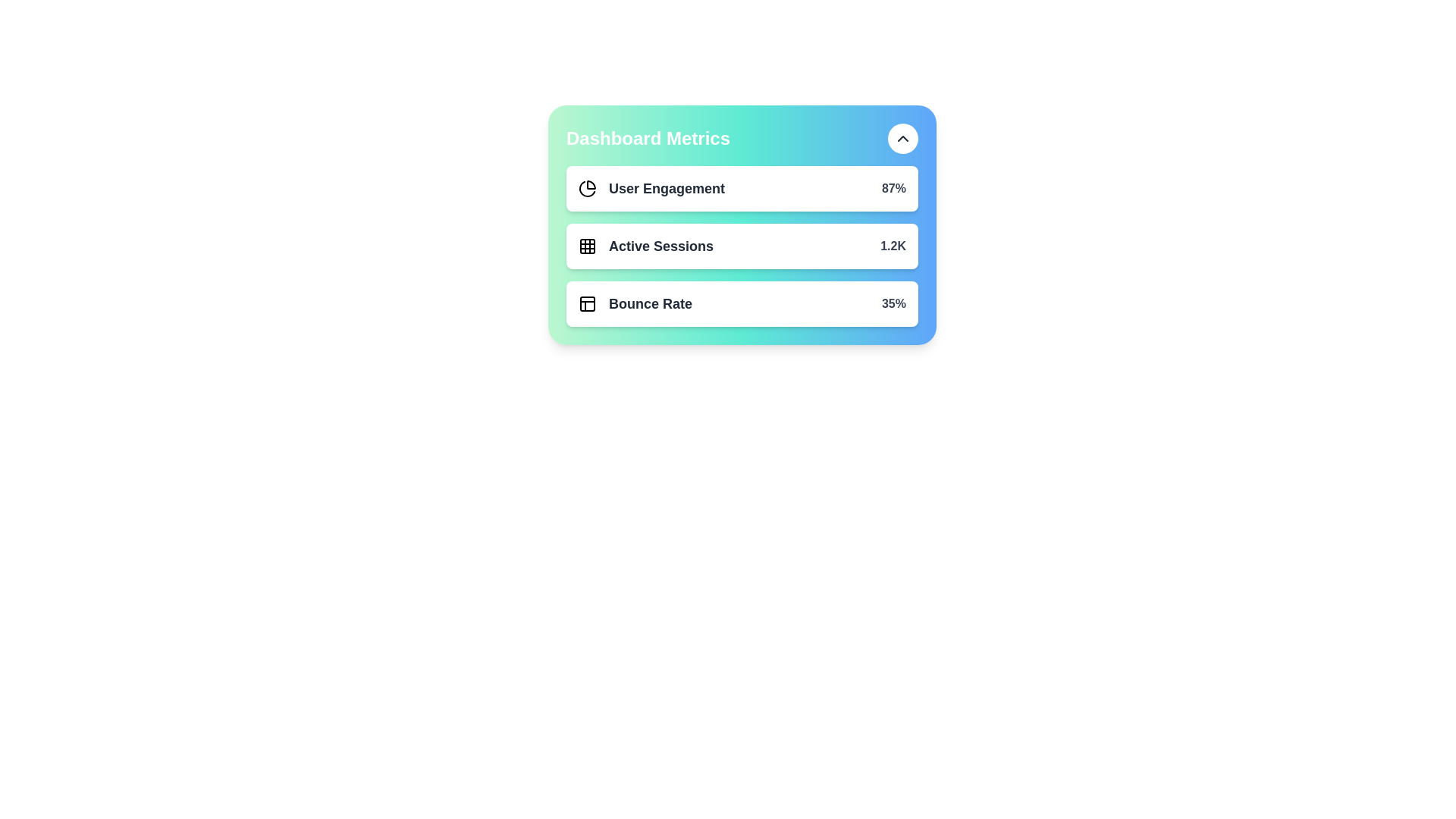 The height and width of the screenshot is (819, 1456). What do you see at coordinates (586, 304) in the screenshot?
I see `the icon next to the metric Bounce Rate` at bounding box center [586, 304].